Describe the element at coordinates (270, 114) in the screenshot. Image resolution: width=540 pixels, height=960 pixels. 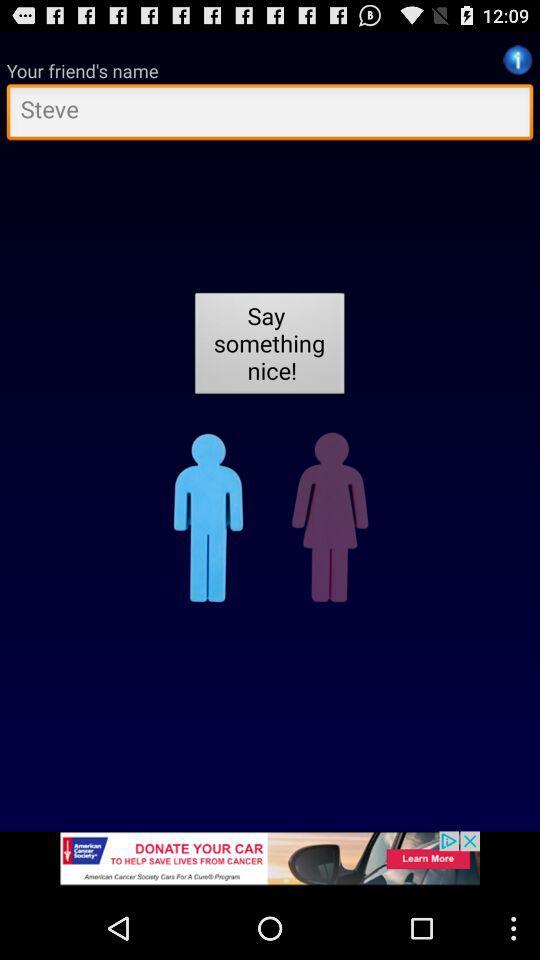
I see `a search bar` at that location.